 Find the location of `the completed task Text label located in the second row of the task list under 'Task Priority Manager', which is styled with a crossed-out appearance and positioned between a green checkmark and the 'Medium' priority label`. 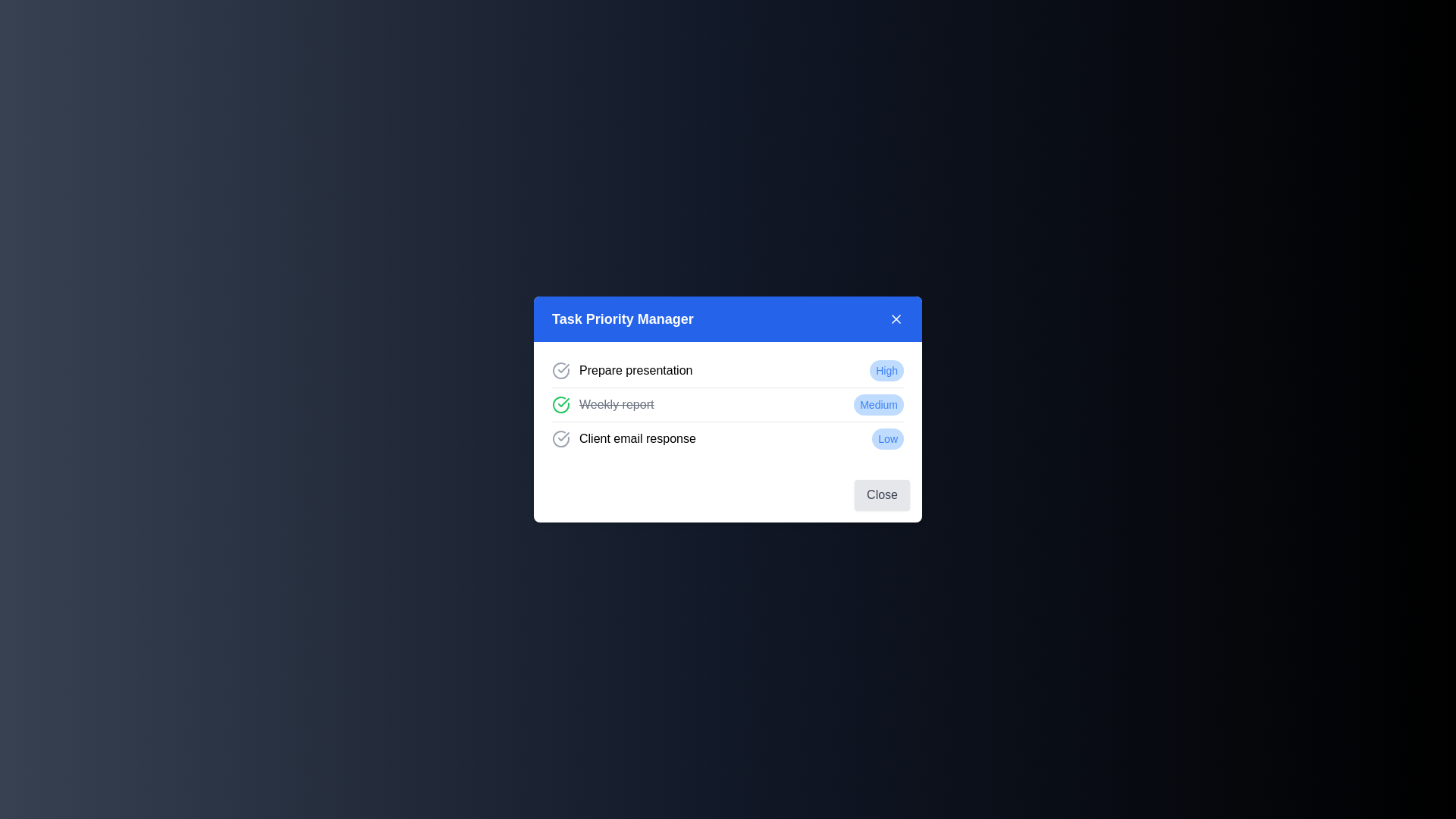

the completed task Text label located in the second row of the task list under 'Task Priority Manager', which is styled with a crossed-out appearance and positioned between a green checkmark and the 'Medium' priority label is located at coordinates (617, 403).